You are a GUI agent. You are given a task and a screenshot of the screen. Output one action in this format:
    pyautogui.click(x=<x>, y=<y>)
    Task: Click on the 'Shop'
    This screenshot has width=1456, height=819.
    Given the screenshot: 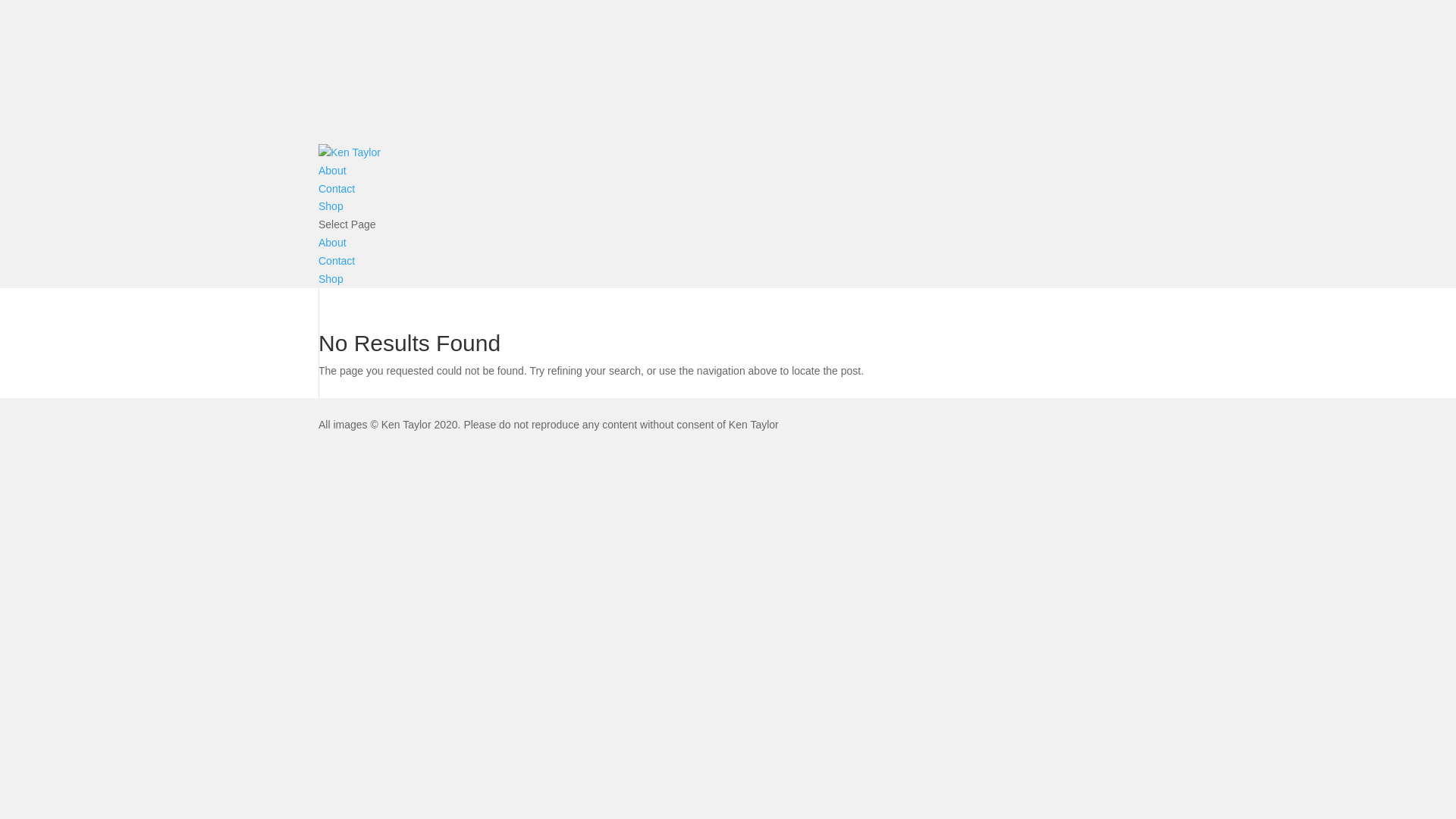 What is the action you would take?
    pyautogui.click(x=318, y=278)
    